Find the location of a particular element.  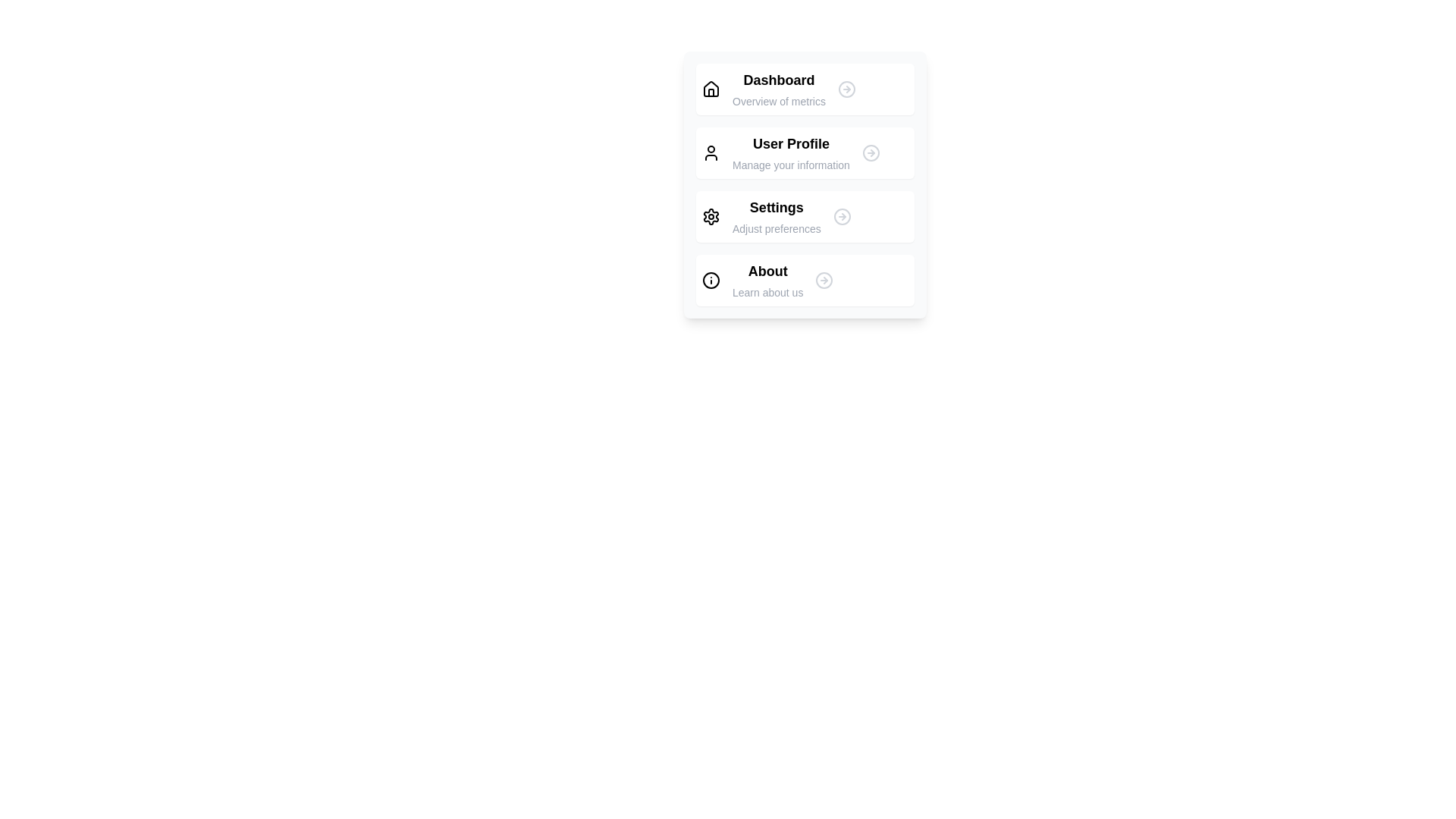

the 'Settings' icon, which is located to the left of the 'Settings' menu item in the vertical list of options is located at coordinates (710, 216).